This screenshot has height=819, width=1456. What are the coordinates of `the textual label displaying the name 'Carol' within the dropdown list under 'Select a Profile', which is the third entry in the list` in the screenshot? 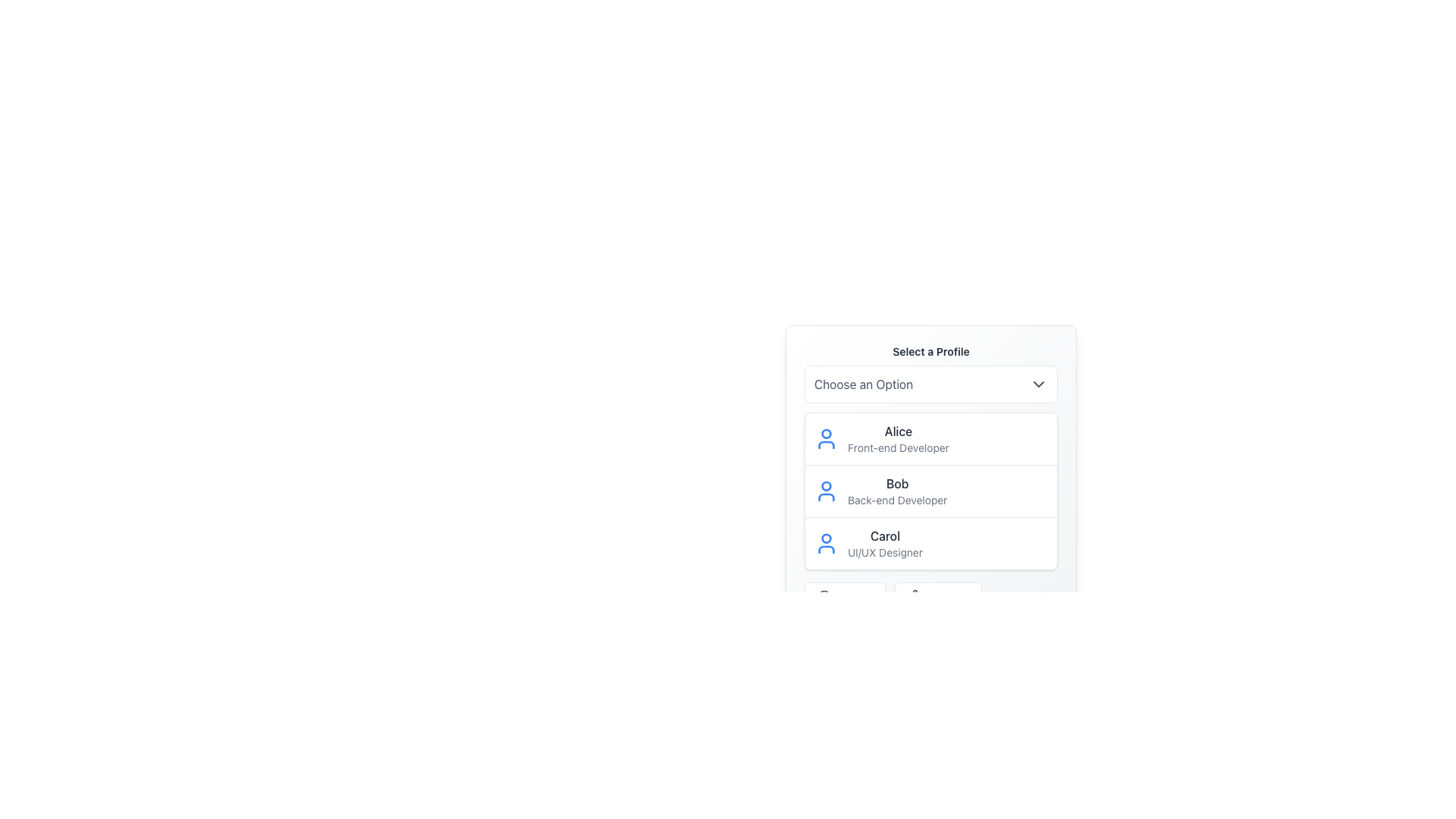 It's located at (885, 535).